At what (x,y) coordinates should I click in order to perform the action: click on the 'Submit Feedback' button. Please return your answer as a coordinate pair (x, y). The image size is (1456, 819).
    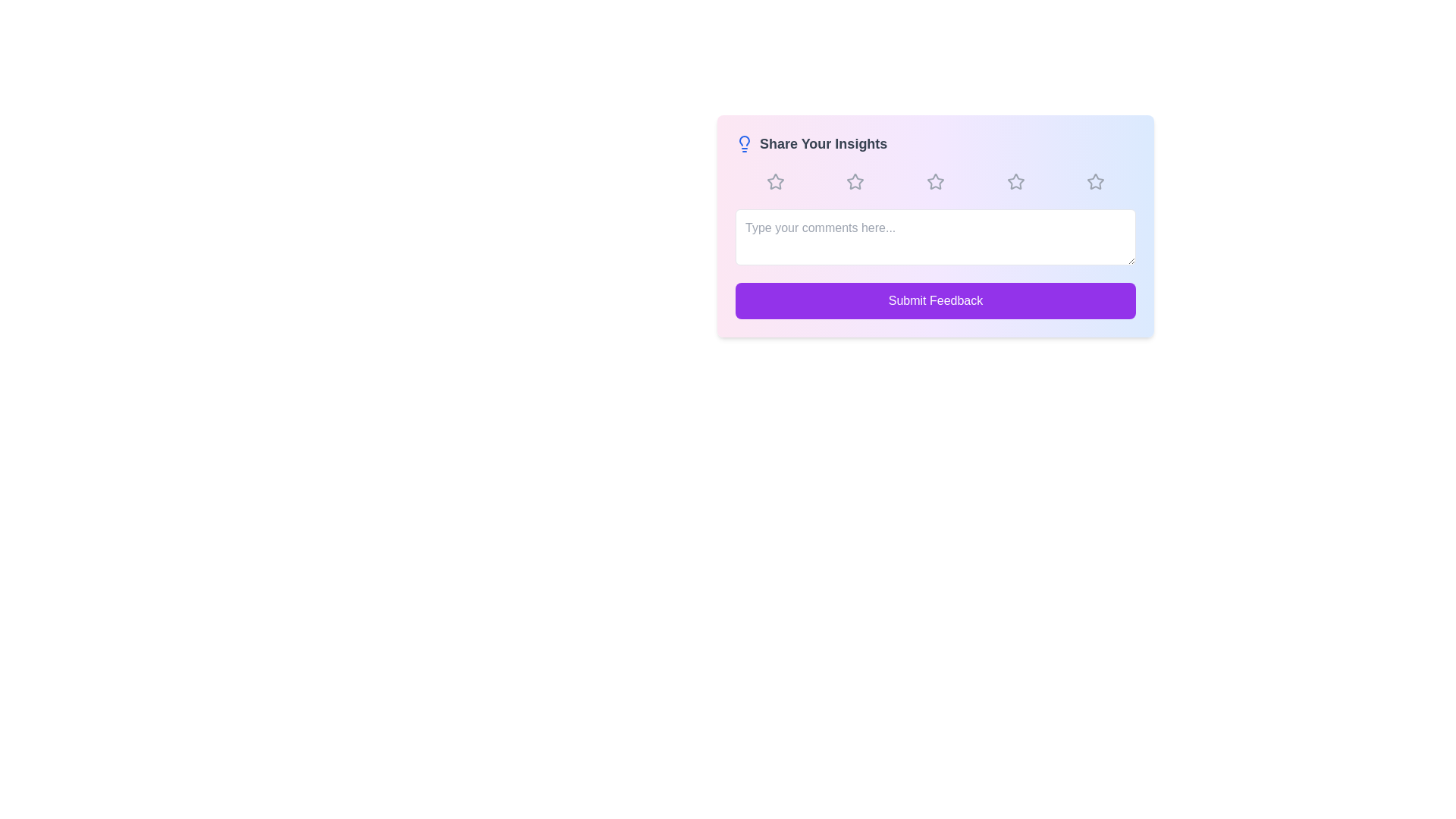
    Looking at the image, I should click on (934, 301).